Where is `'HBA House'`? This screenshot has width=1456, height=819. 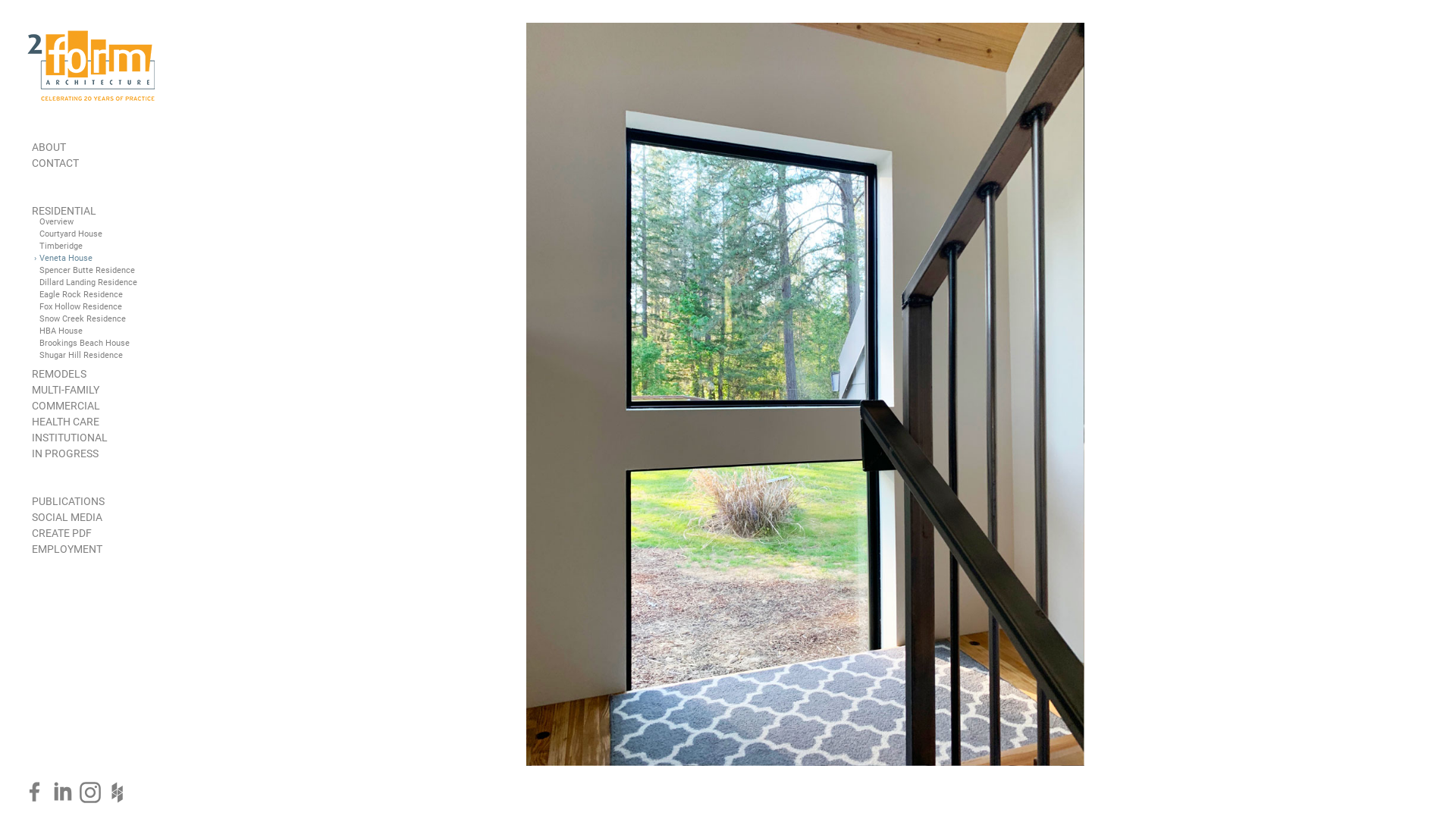
'HBA House' is located at coordinates (39, 330).